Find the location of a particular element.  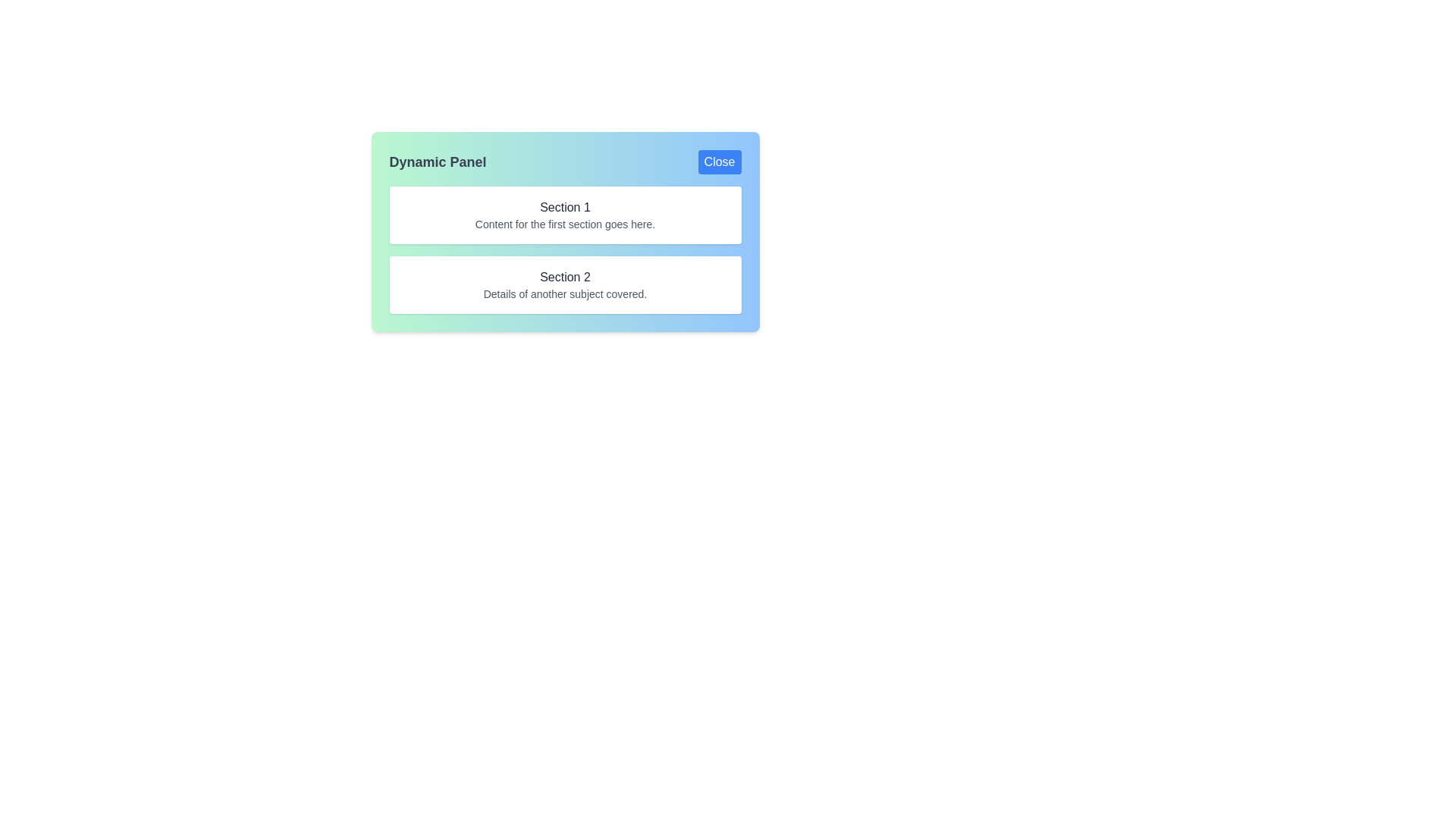

the subsections within the 'Dynamic Panel' which contains the headers 'Section 1' and 'Section 2' is located at coordinates (564, 231).